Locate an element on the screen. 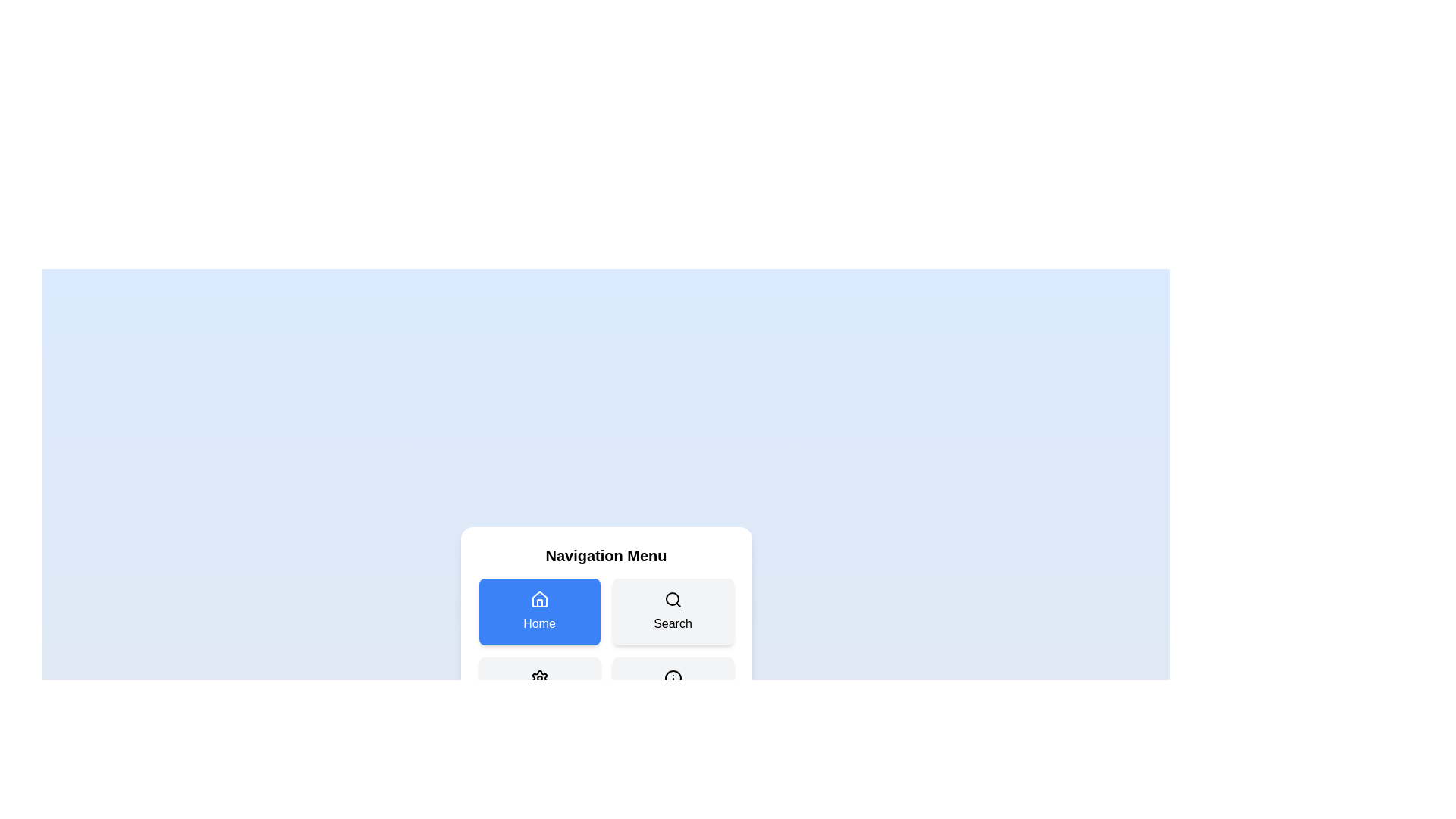 This screenshot has width=1456, height=819. the menu item labeled Home to select it is located at coordinates (539, 610).